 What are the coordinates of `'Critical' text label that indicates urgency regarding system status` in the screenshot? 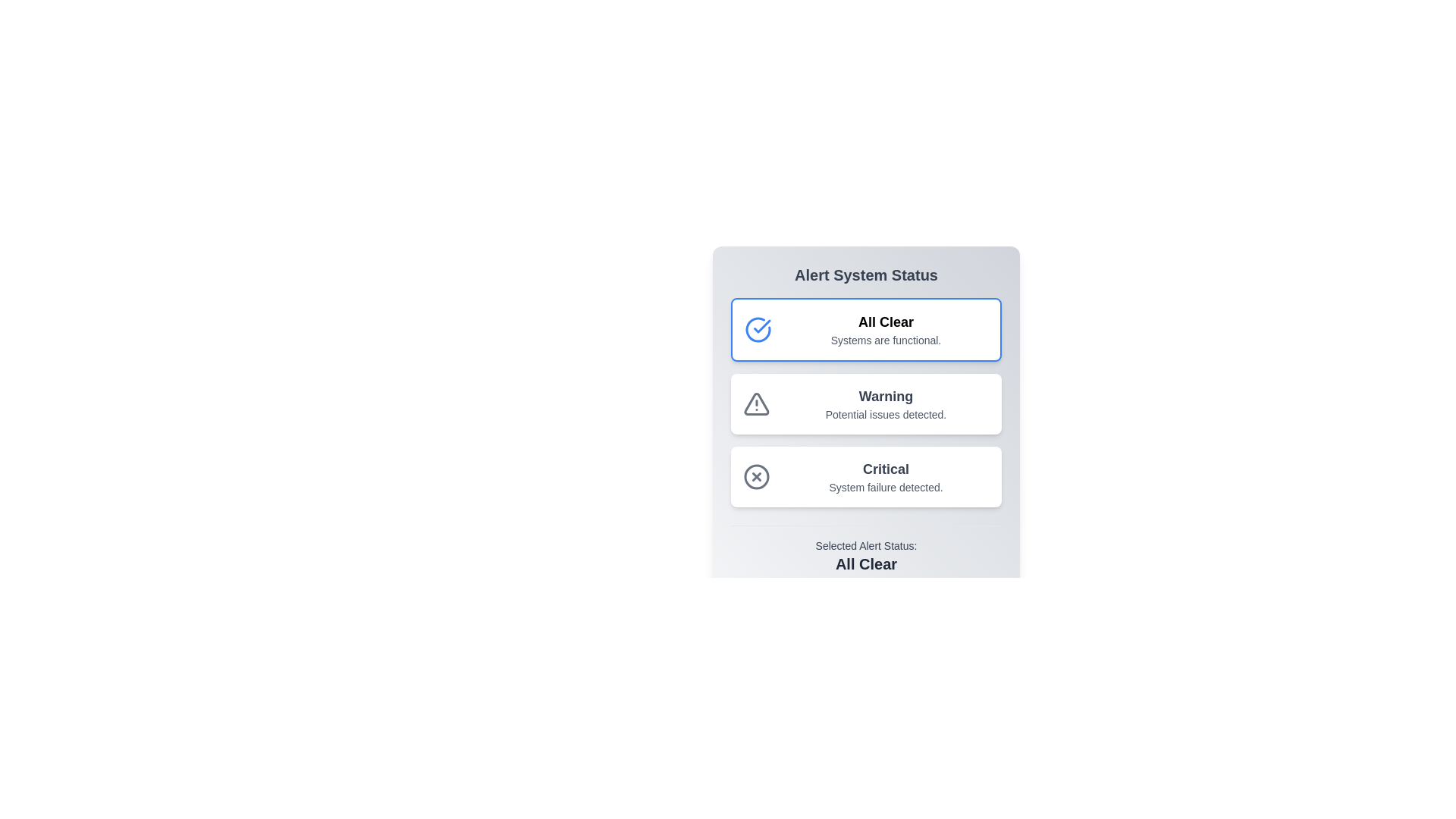 It's located at (886, 468).